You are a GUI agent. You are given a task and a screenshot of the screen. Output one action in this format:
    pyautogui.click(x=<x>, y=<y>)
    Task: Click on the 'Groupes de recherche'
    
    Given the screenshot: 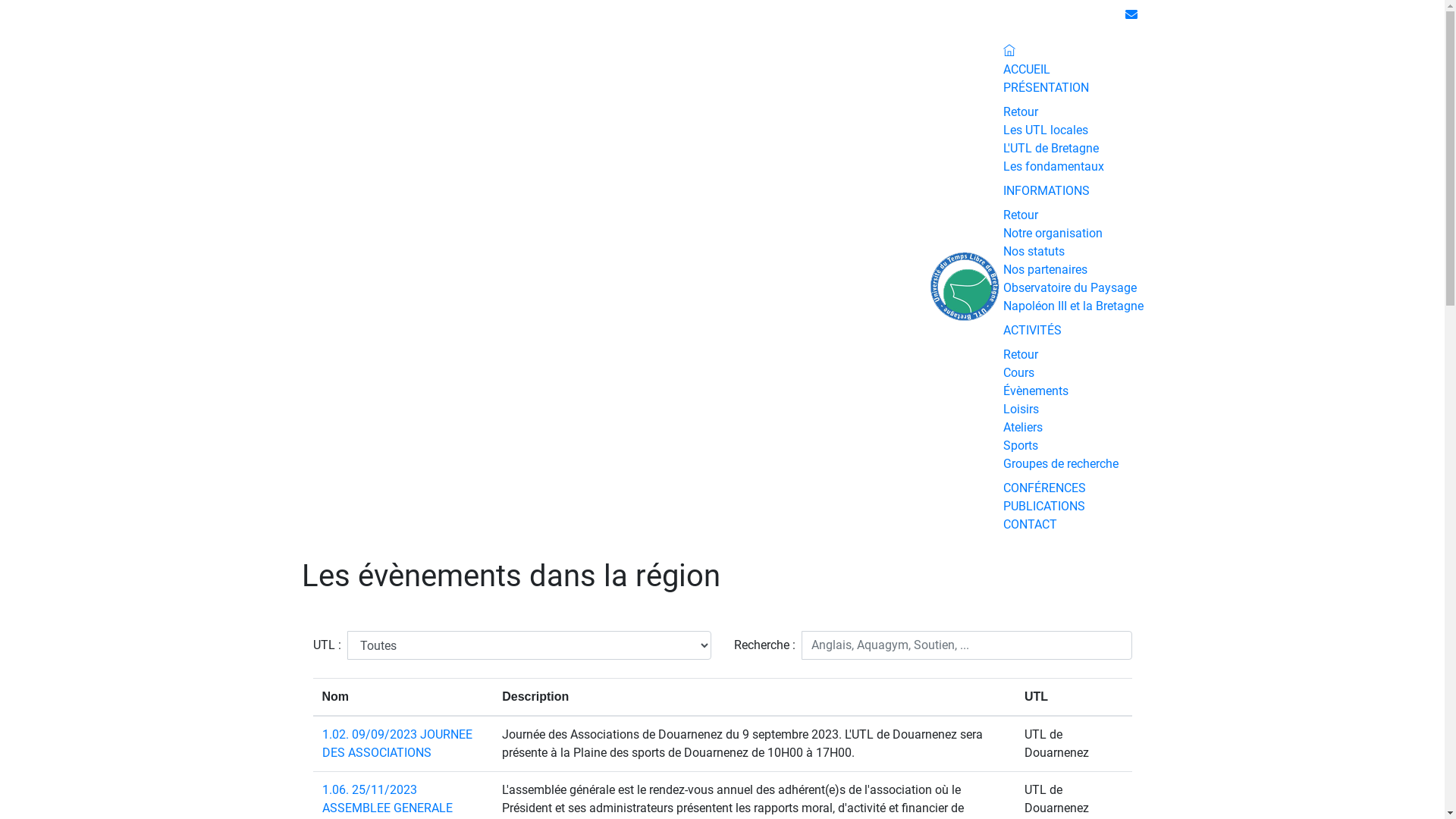 What is the action you would take?
    pyautogui.click(x=1002, y=463)
    